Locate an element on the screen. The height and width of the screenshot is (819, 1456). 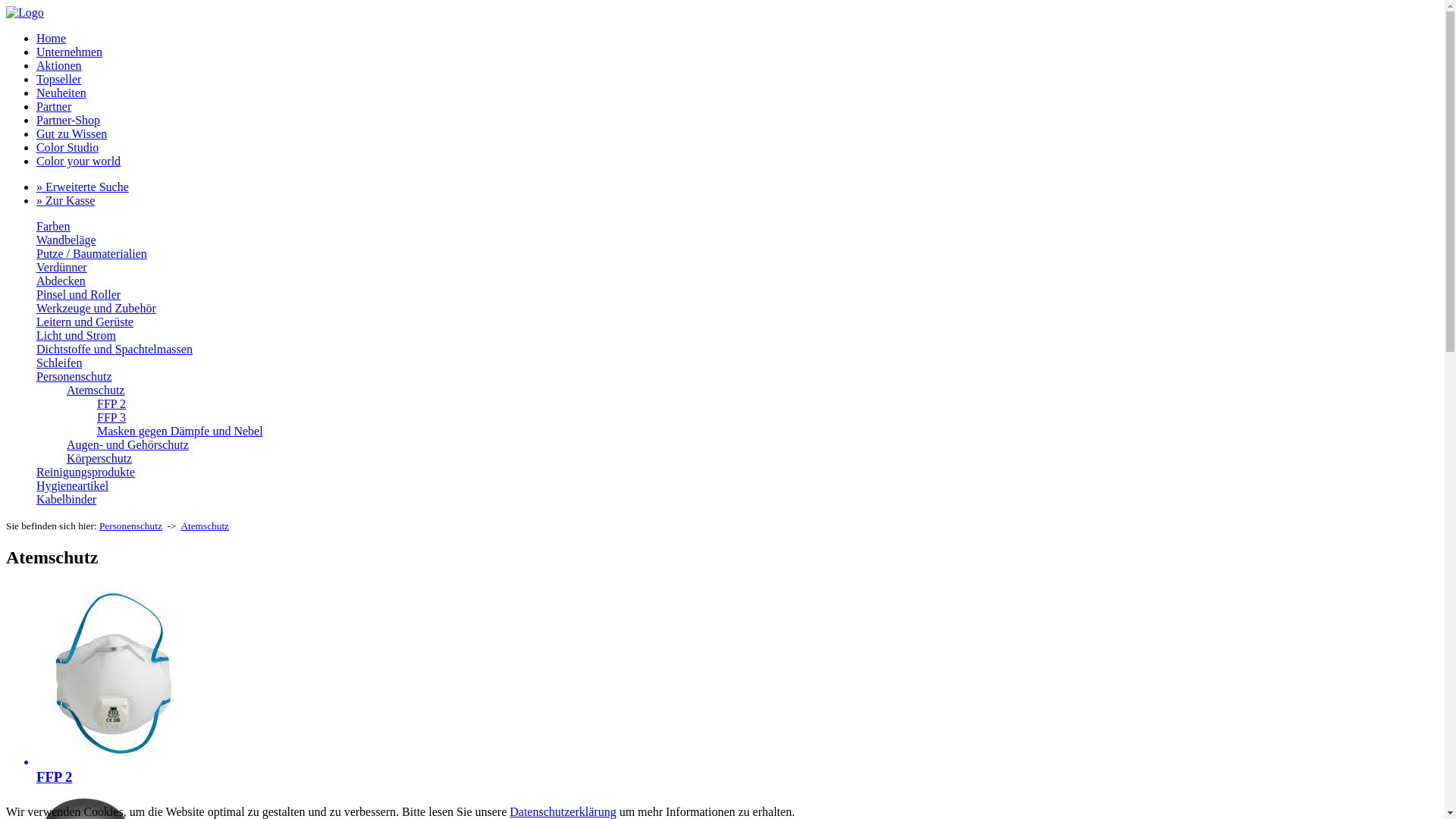
'Pinsel und Roller' is located at coordinates (77, 294).